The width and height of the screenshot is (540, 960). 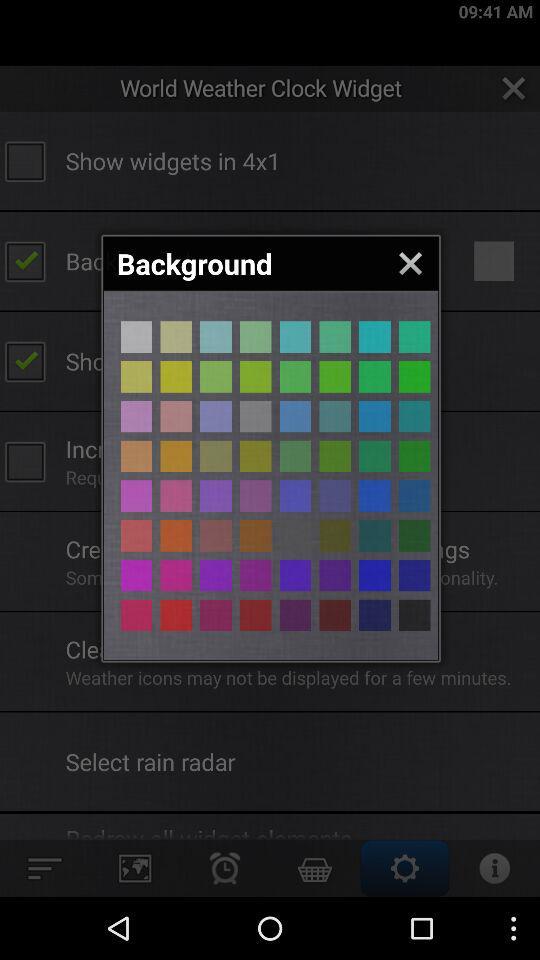 I want to click on coloring page, so click(x=413, y=495).